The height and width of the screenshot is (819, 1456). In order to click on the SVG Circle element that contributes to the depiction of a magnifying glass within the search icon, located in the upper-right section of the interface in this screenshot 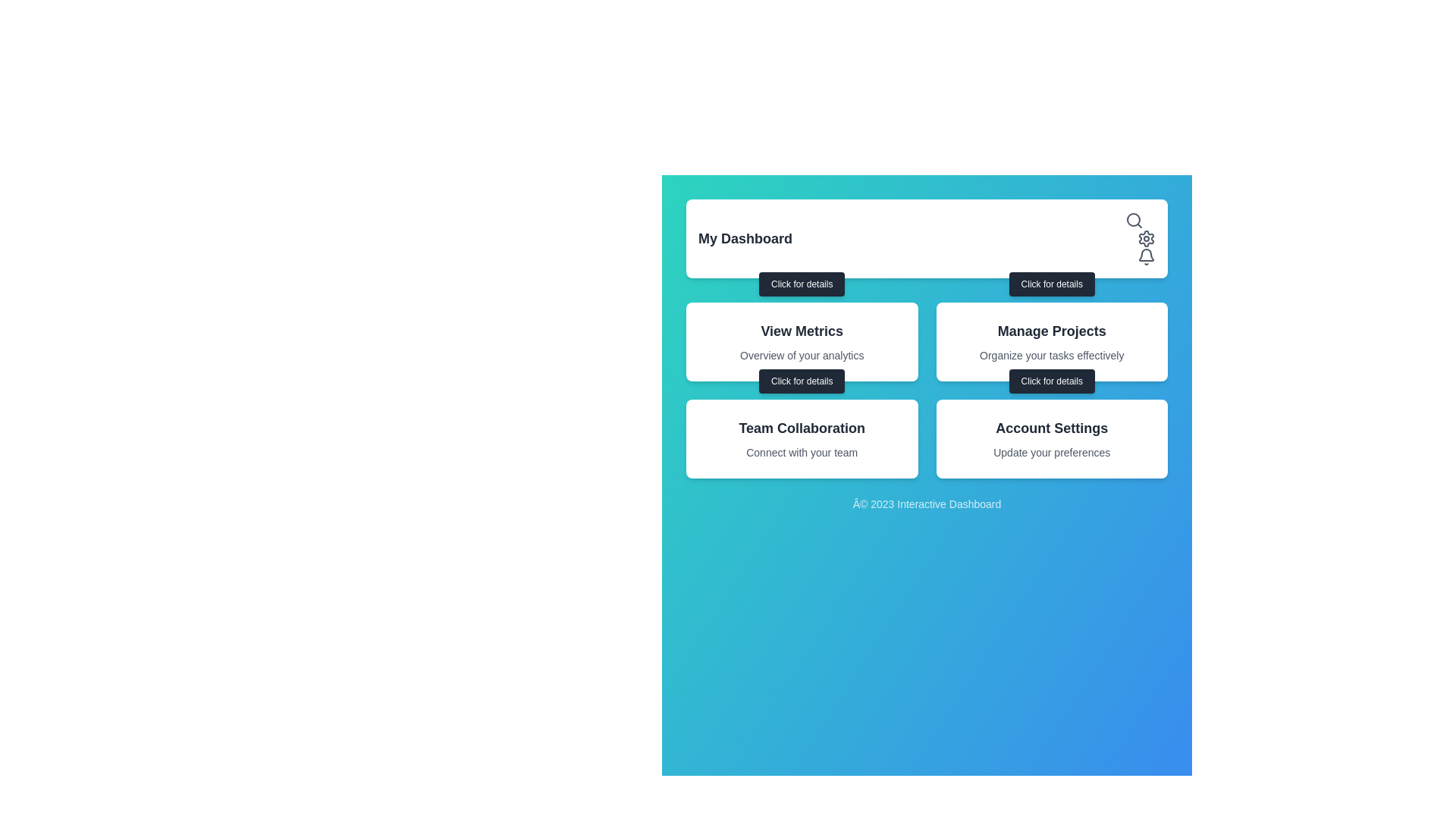, I will do `click(1133, 219)`.